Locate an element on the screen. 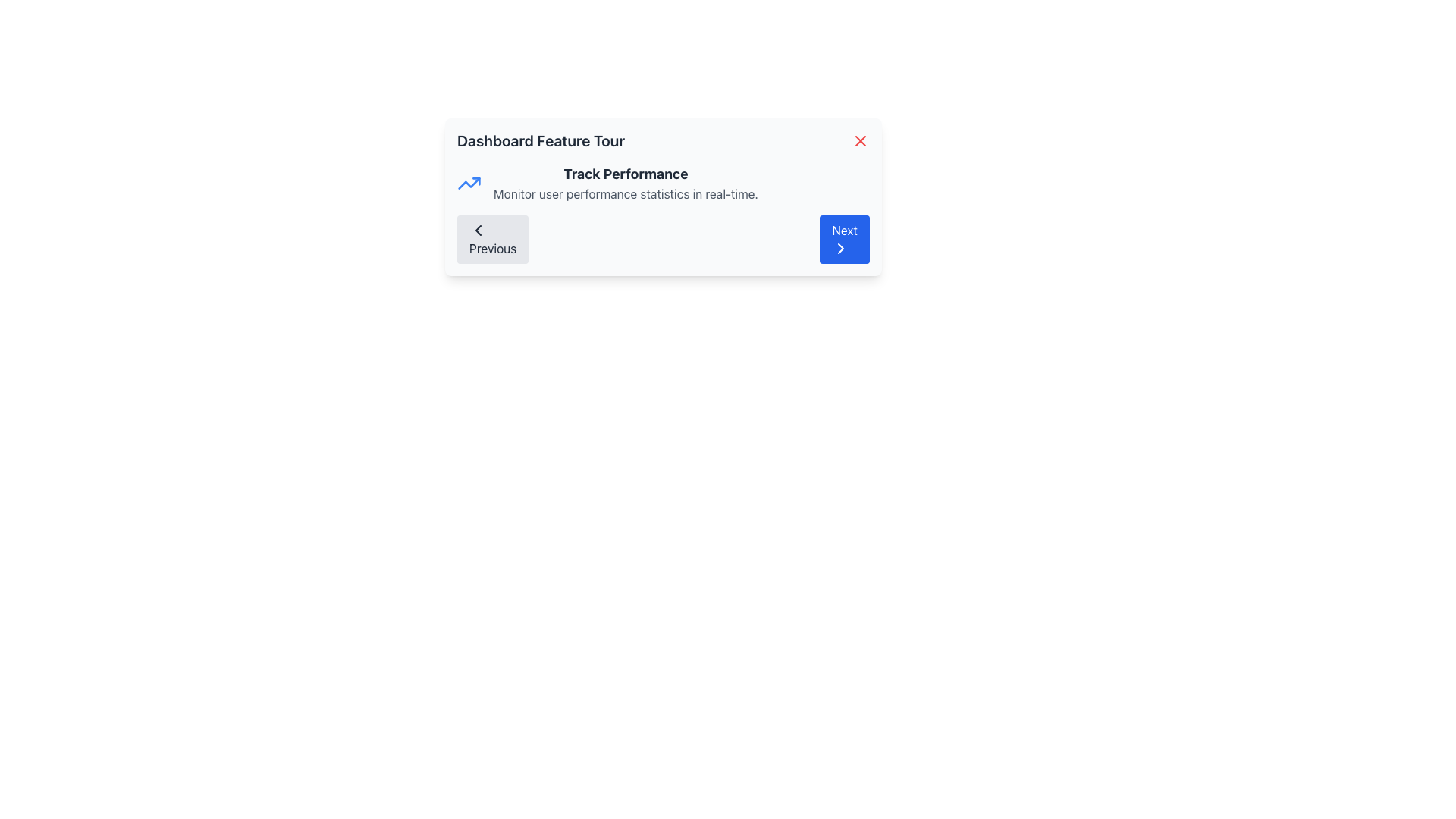 The image size is (1456, 819). the blue upward trending chart icon located to the left of the text 'Track Performance' and 'Monitor user performance statistics in real-time.' is located at coordinates (469, 183).